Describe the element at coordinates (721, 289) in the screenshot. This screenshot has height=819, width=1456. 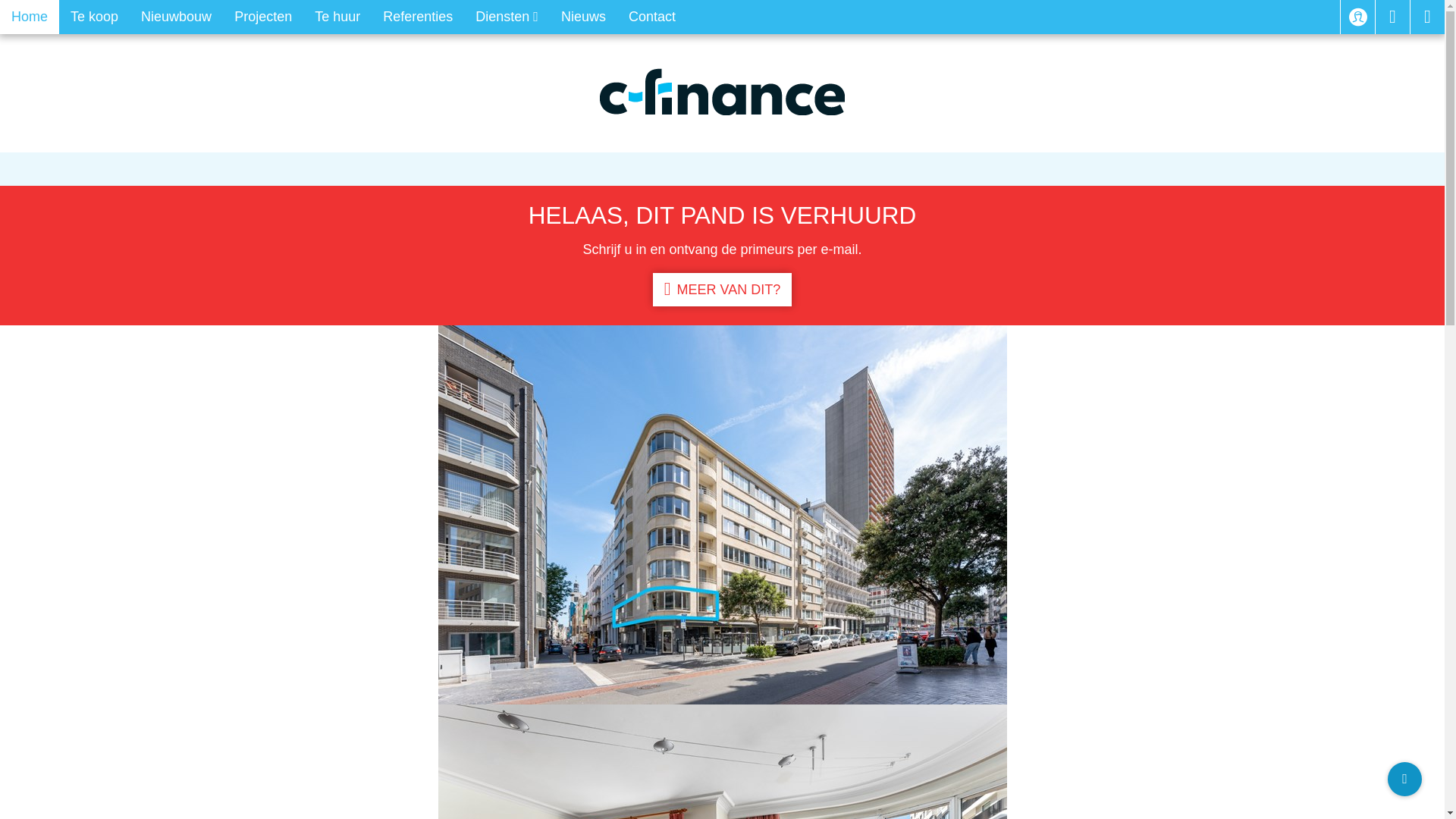
I see `'MEER VAN DIT?'` at that location.